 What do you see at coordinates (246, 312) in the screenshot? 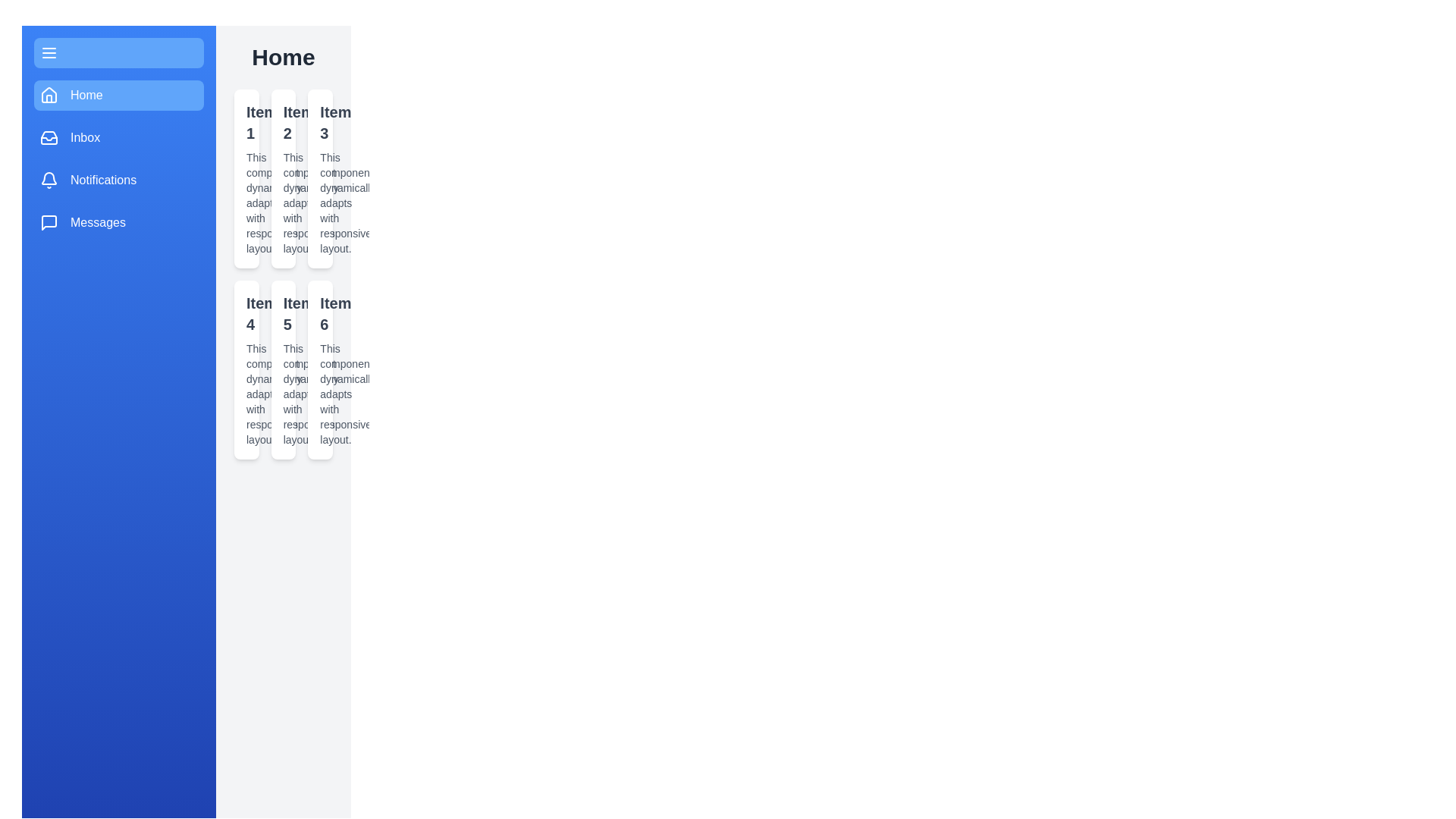
I see `the text label titled 'Item 4' located at the top of the card component in the second row and first column of the grid arrangement` at bounding box center [246, 312].